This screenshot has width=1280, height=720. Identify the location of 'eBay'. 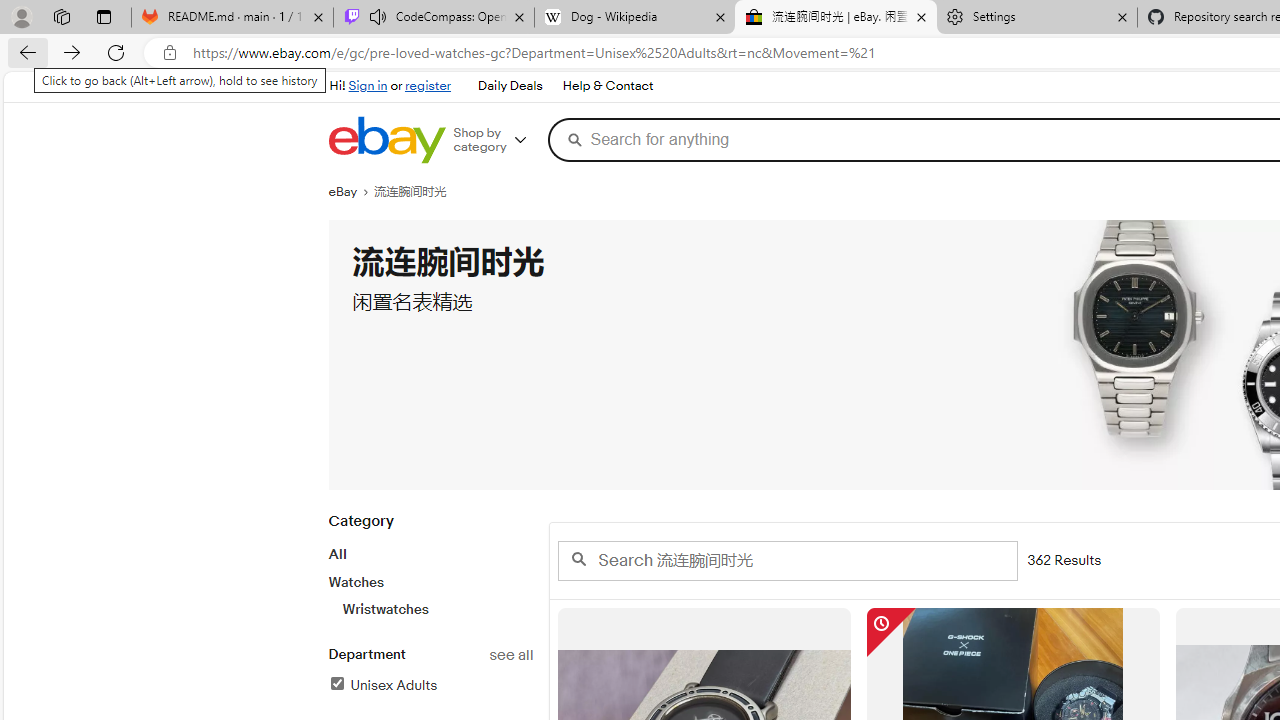
(351, 191).